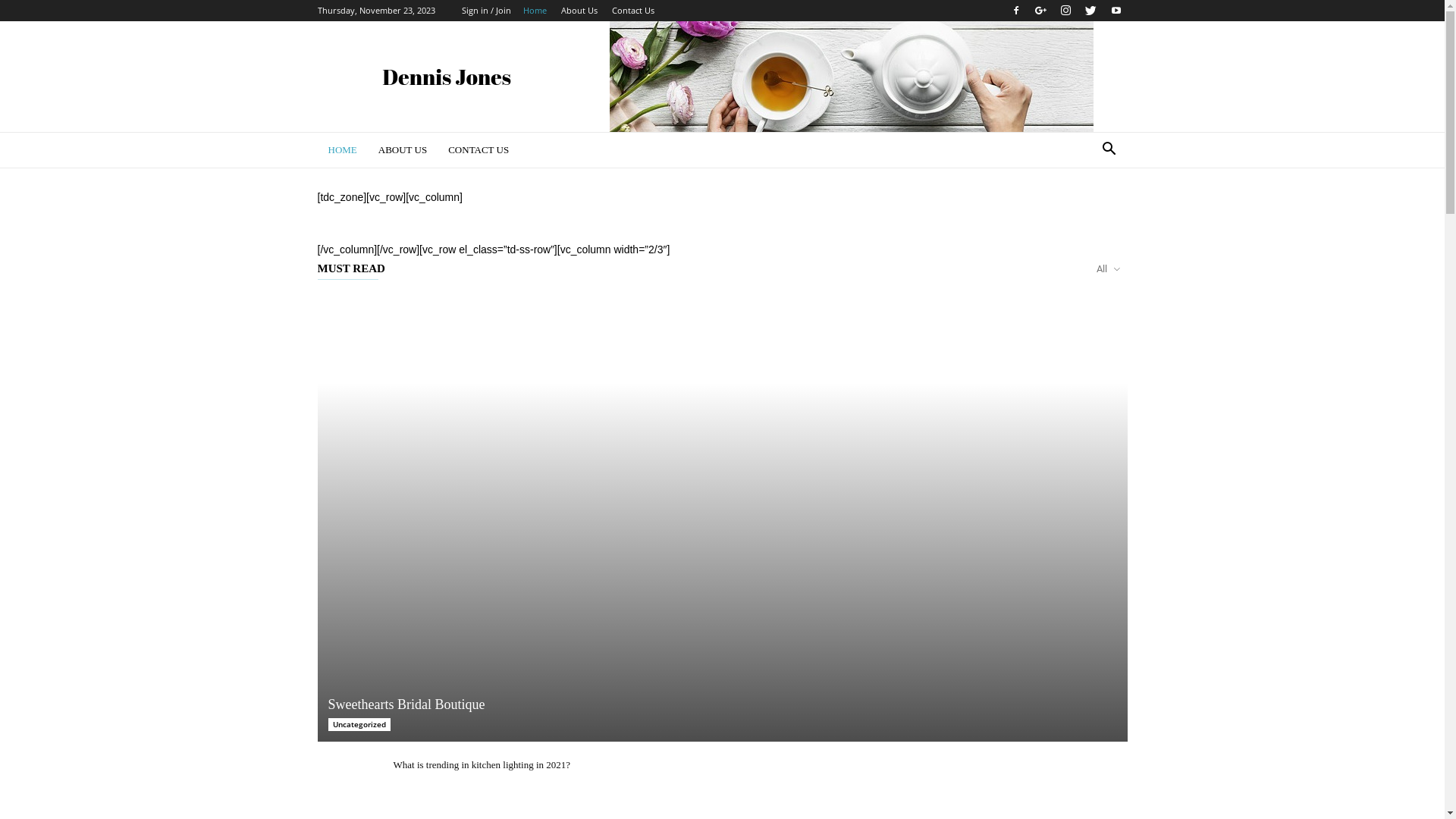  What do you see at coordinates (1040, 11) in the screenshot?
I see `'Google+'` at bounding box center [1040, 11].